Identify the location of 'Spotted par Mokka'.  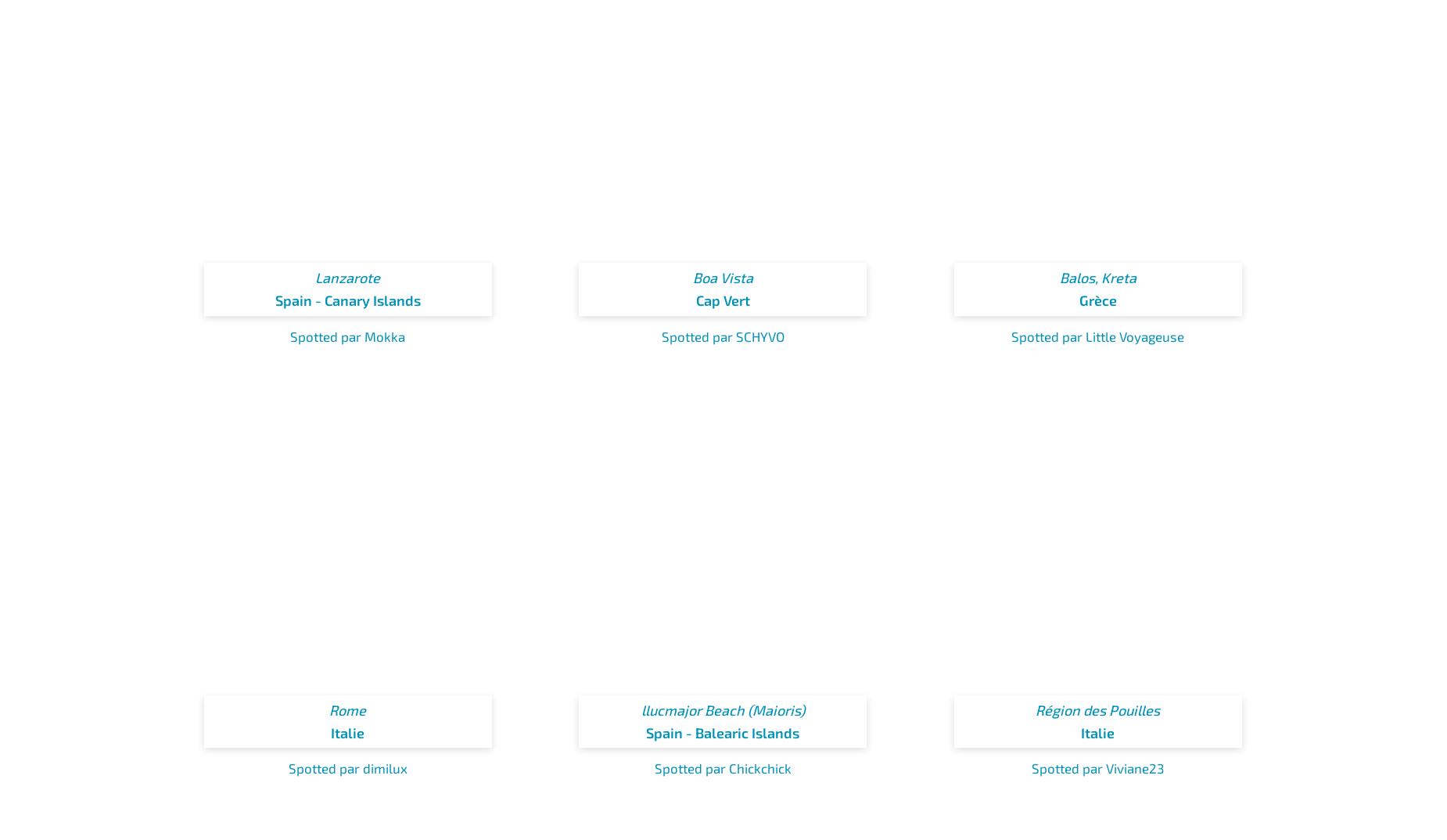
(346, 335).